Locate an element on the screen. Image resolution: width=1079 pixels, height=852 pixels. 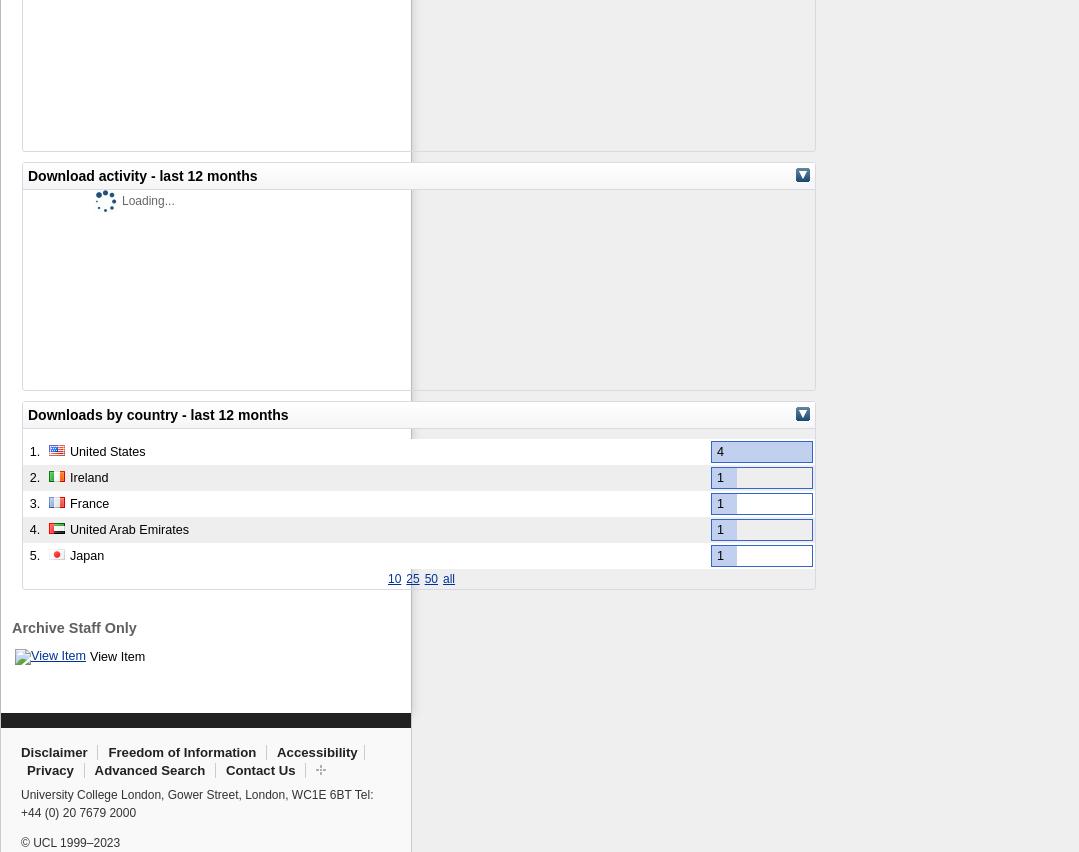
'Advanced Search' is located at coordinates (148, 769).